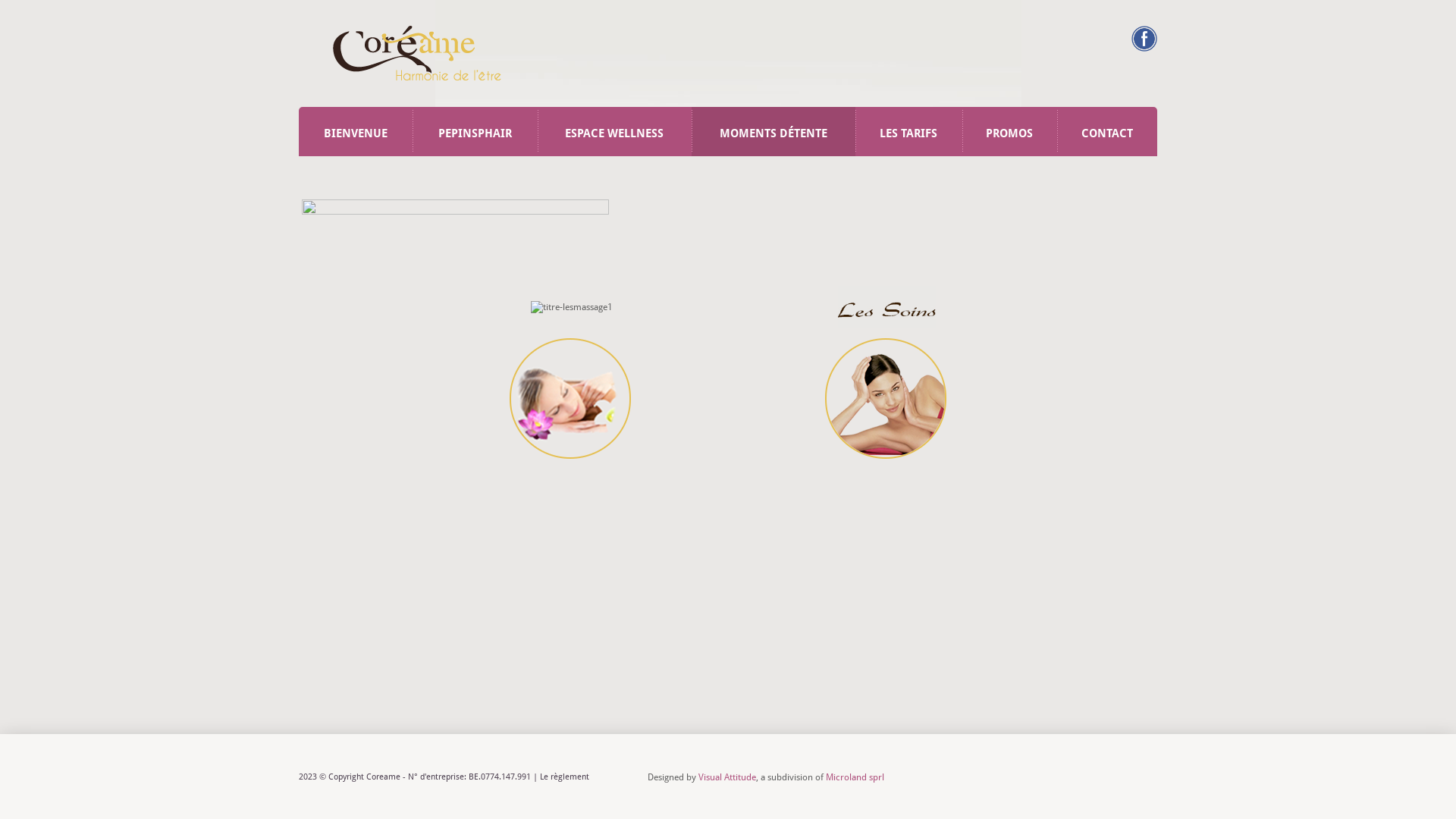 The image size is (1456, 819). I want to click on 'Visual Attitude', so click(726, 777).